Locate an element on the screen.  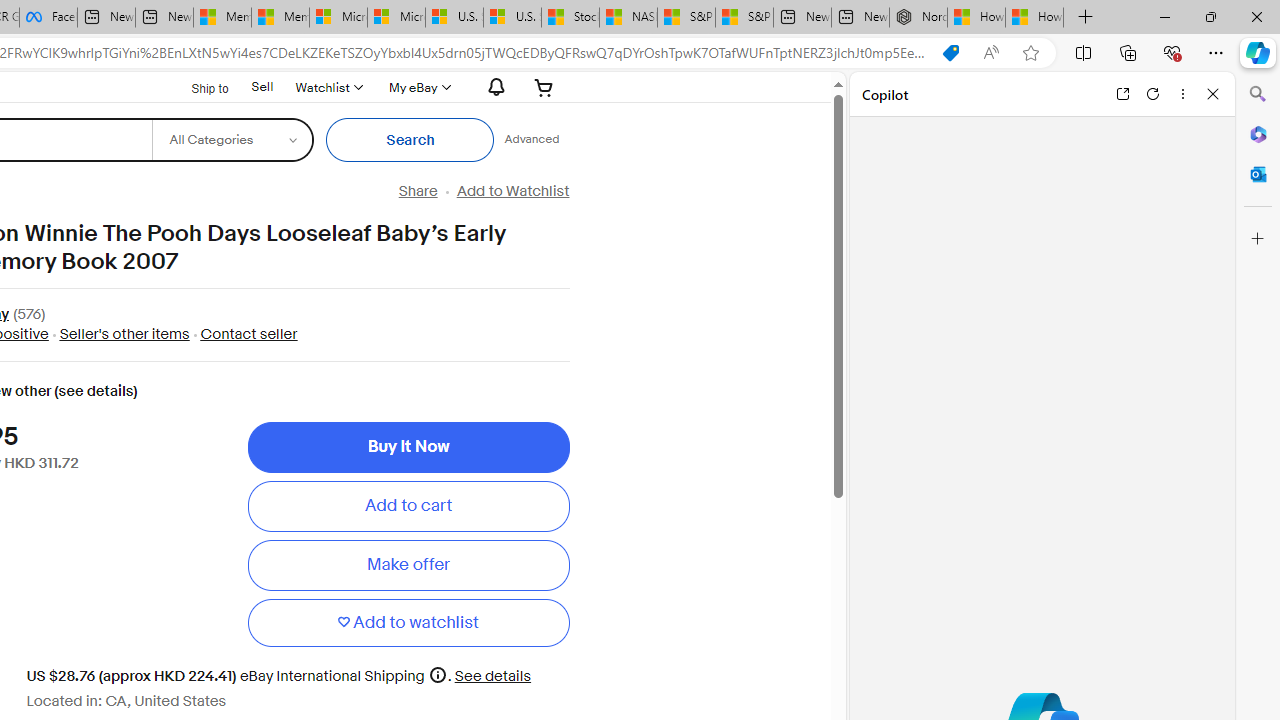
'See details for shipping' is located at coordinates (493, 675).